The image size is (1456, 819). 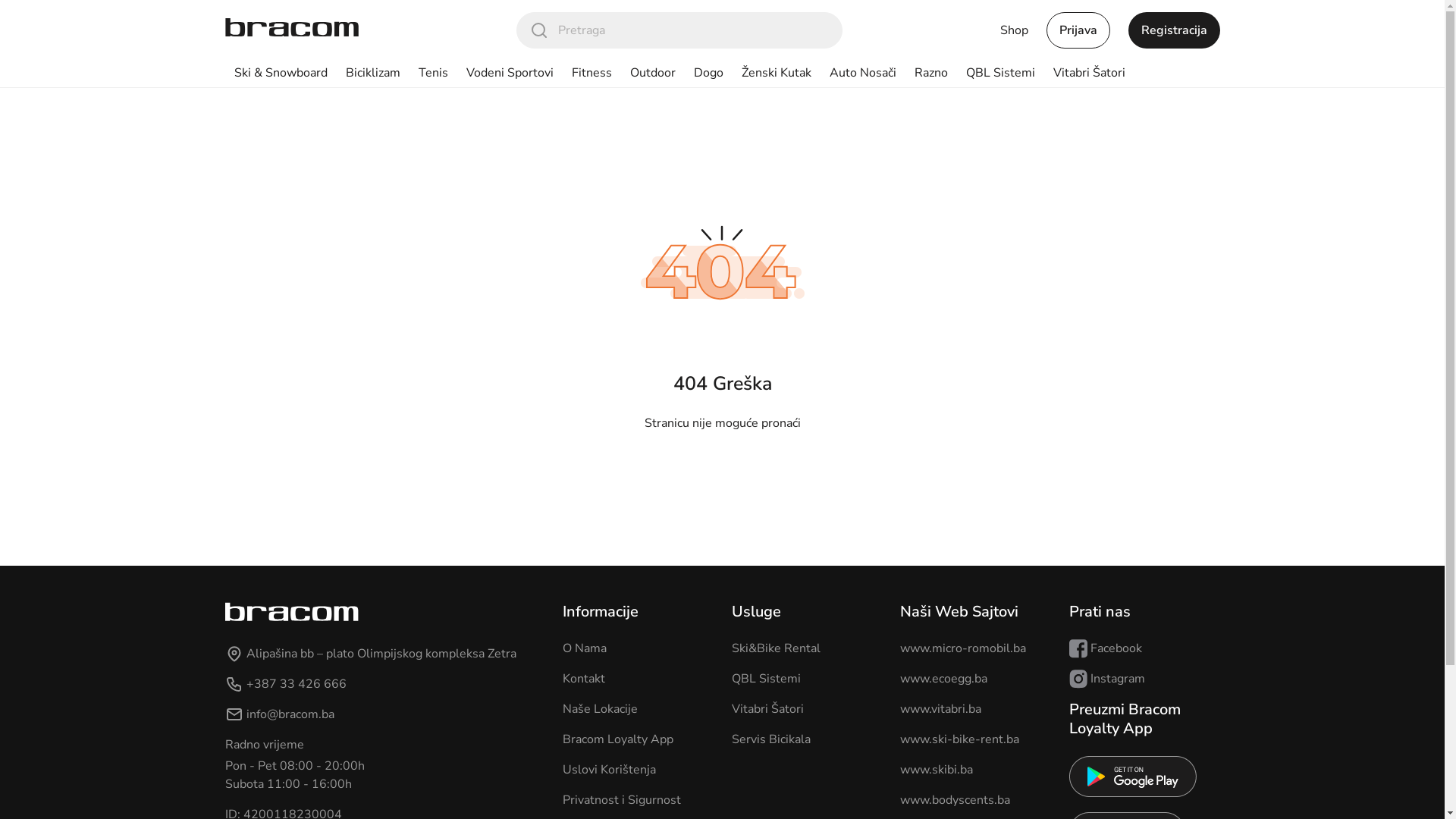 What do you see at coordinates (1068, 648) in the screenshot?
I see `'Facebook'` at bounding box center [1068, 648].